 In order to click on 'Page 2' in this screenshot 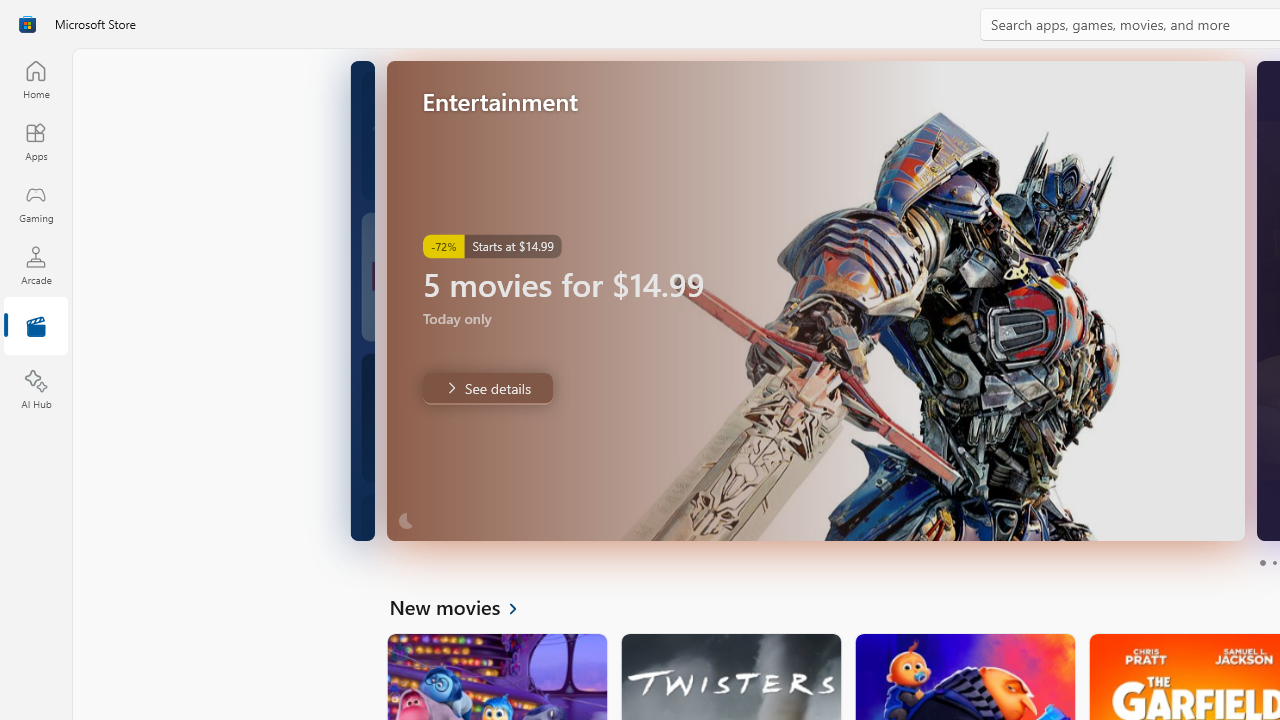, I will do `click(1273, 563)`.